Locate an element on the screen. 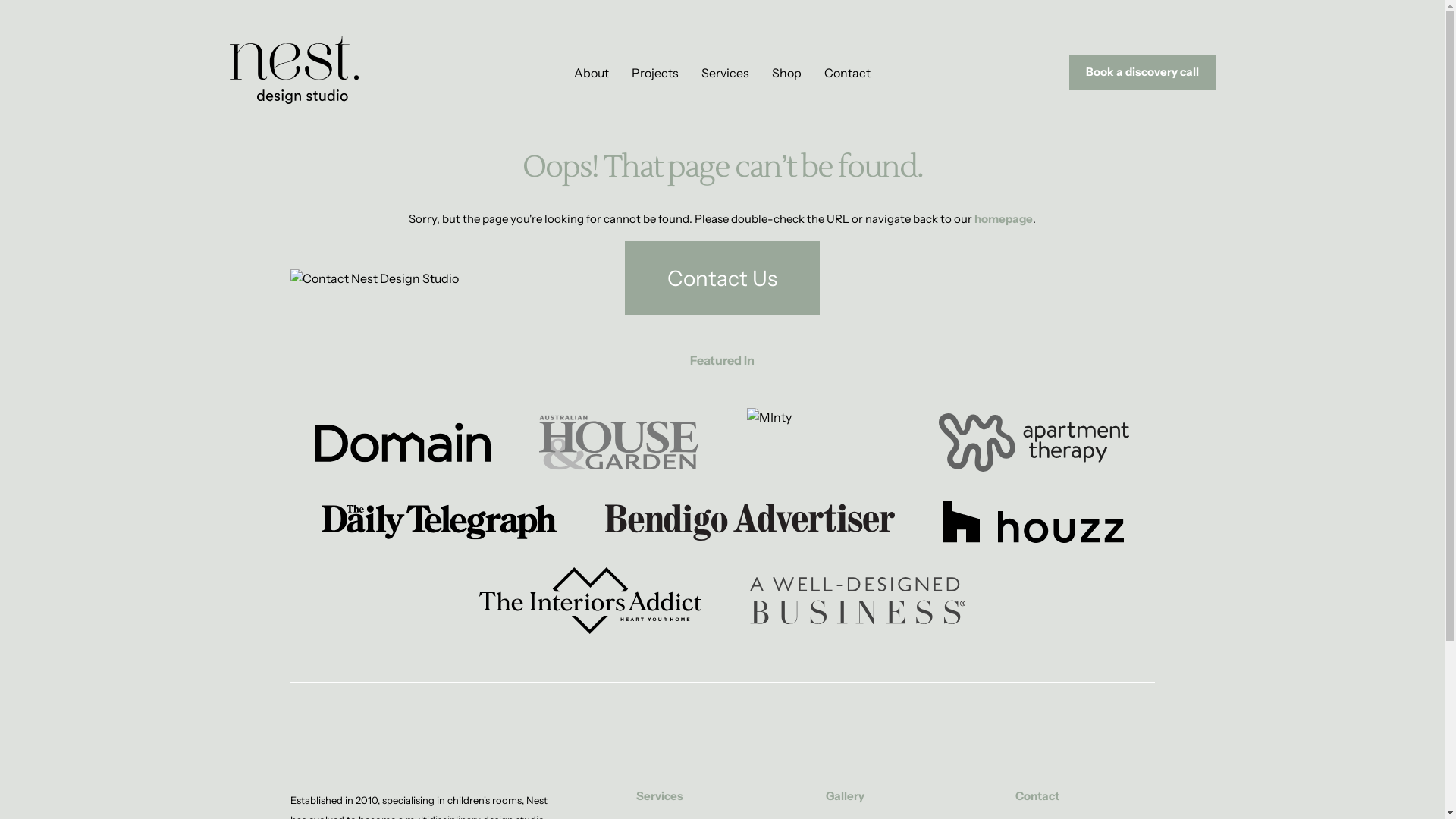 Image resolution: width=1456 pixels, height=819 pixels. 'Contact Us' is located at coordinates (625, 278).